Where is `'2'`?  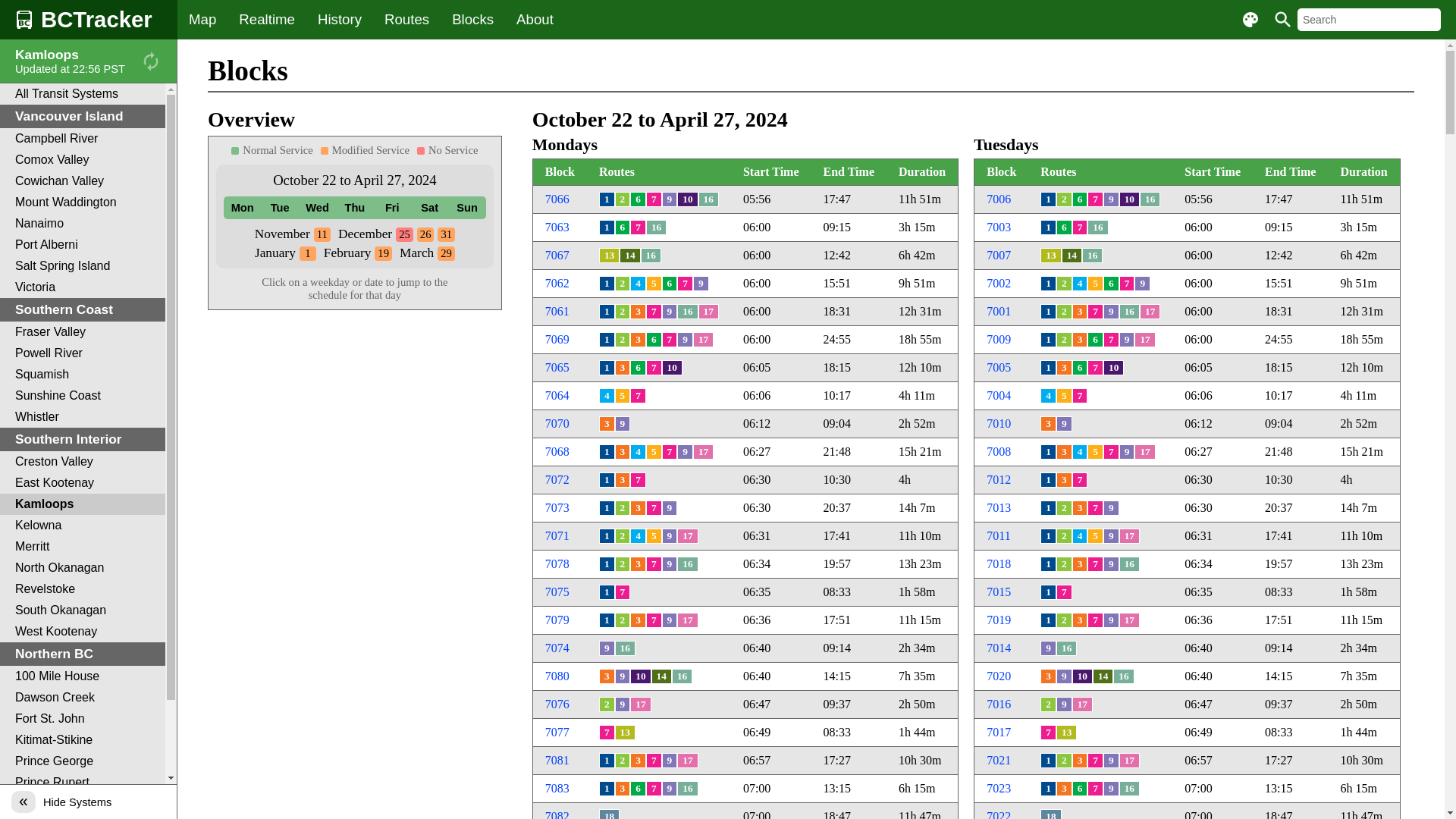
'2' is located at coordinates (623, 760).